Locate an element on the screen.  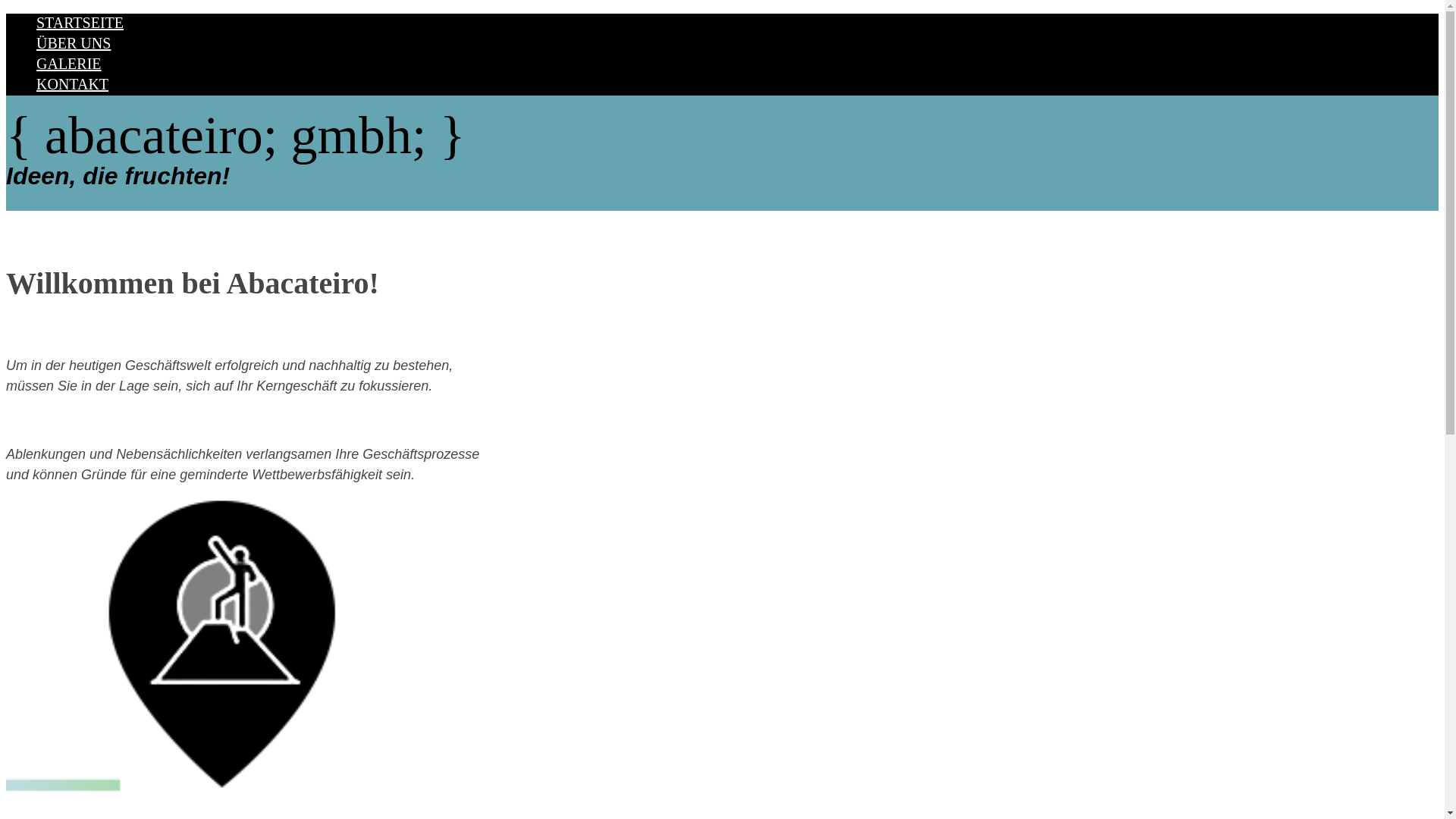
'STARTSEITE' is located at coordinates (36, 23).